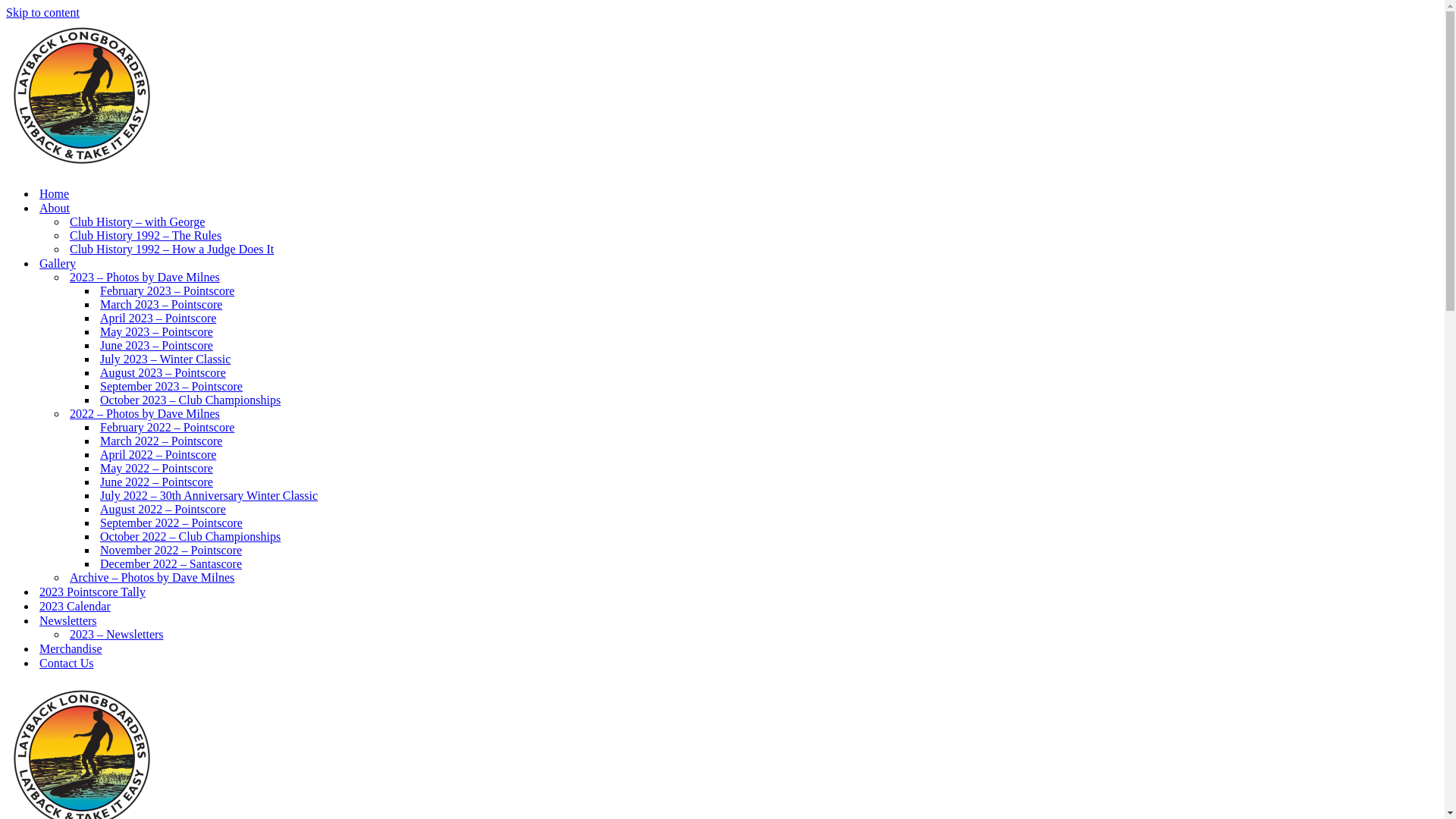  Describe the element at coordinates (67, 620) in the screenshot. I see `'Newsletters'` at that location.